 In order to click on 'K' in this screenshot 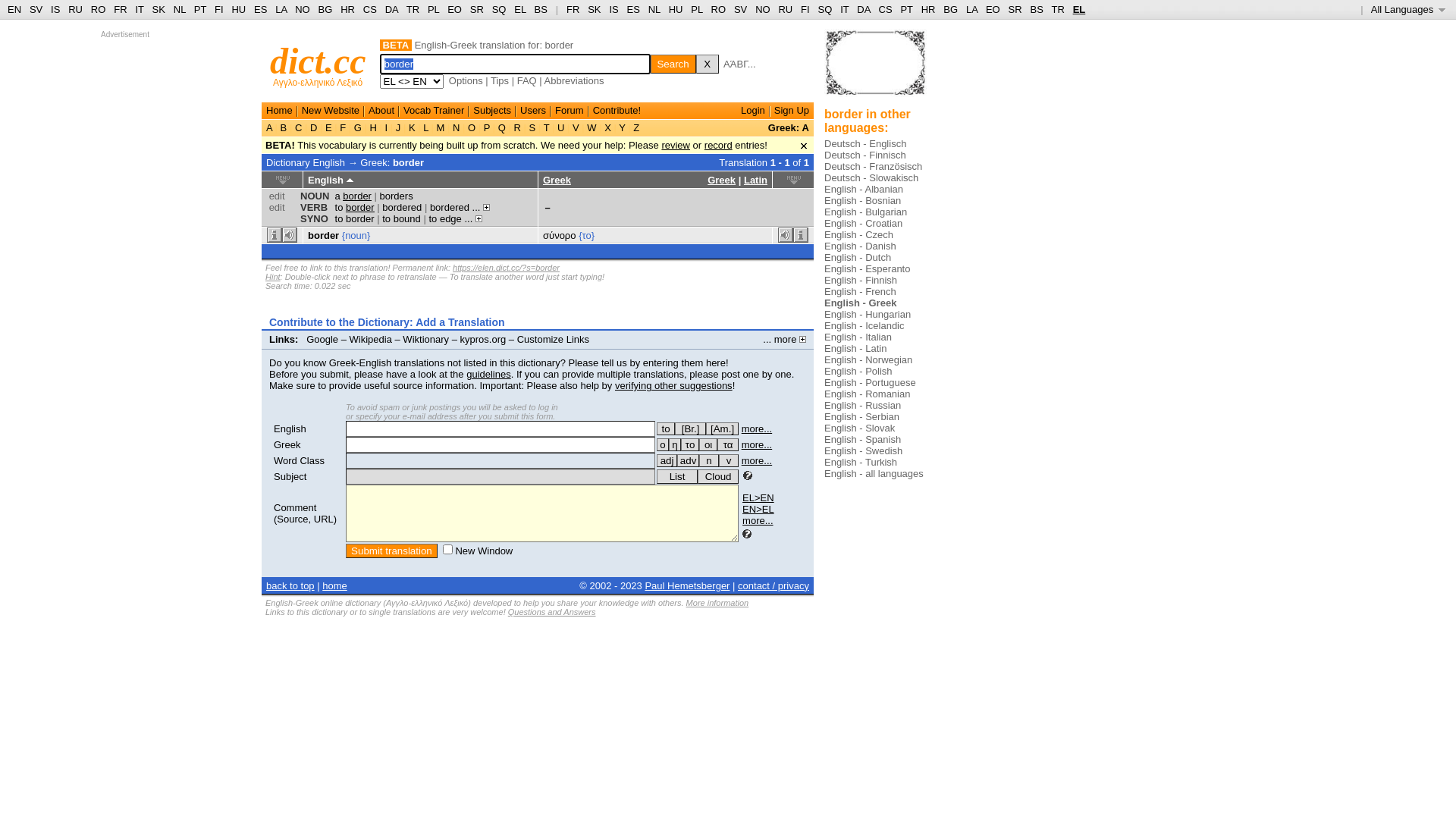, I will do `click(405, 127)`.